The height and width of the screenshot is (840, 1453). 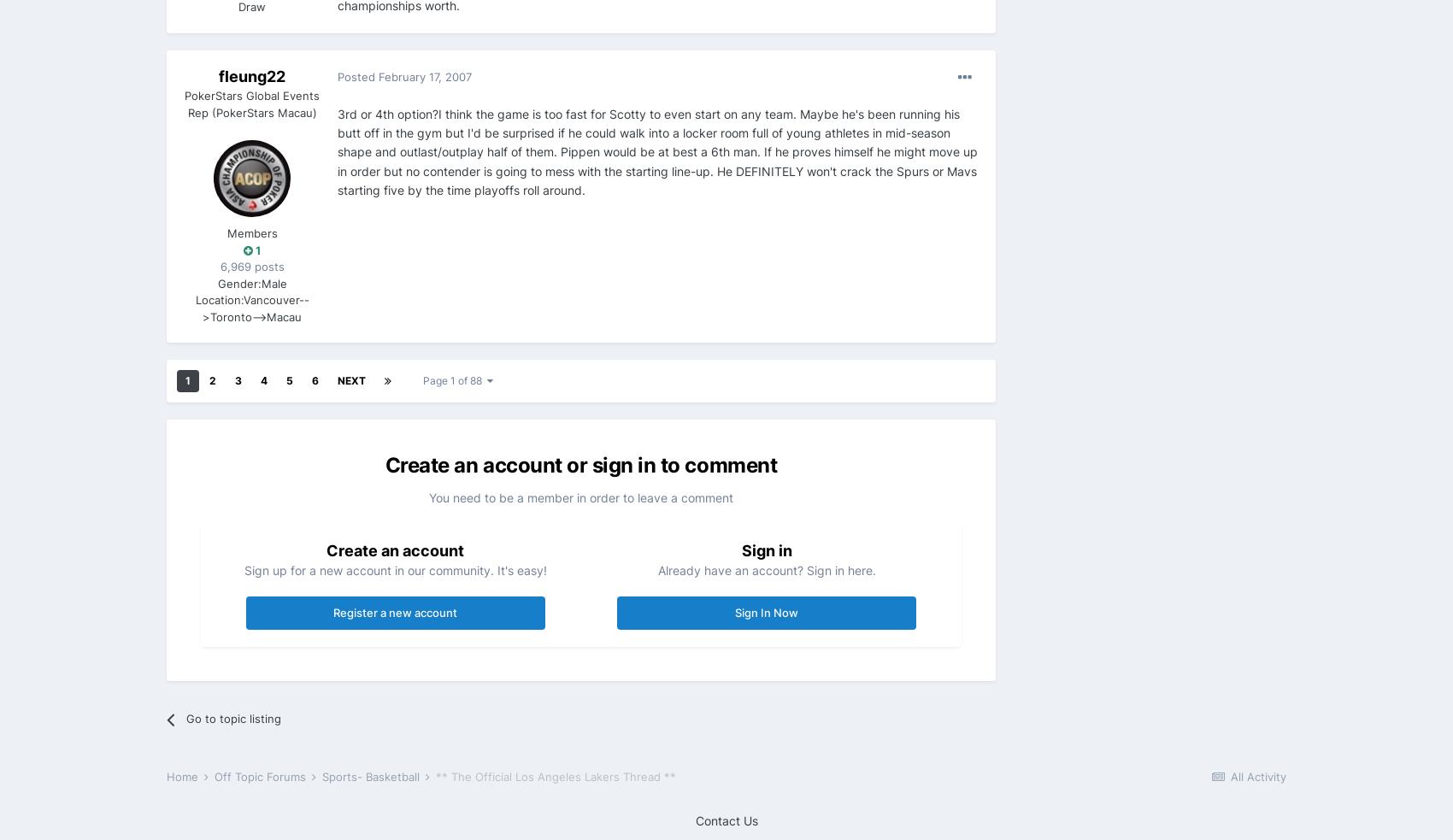 I want to click on '3', so click(x=238, y=379).